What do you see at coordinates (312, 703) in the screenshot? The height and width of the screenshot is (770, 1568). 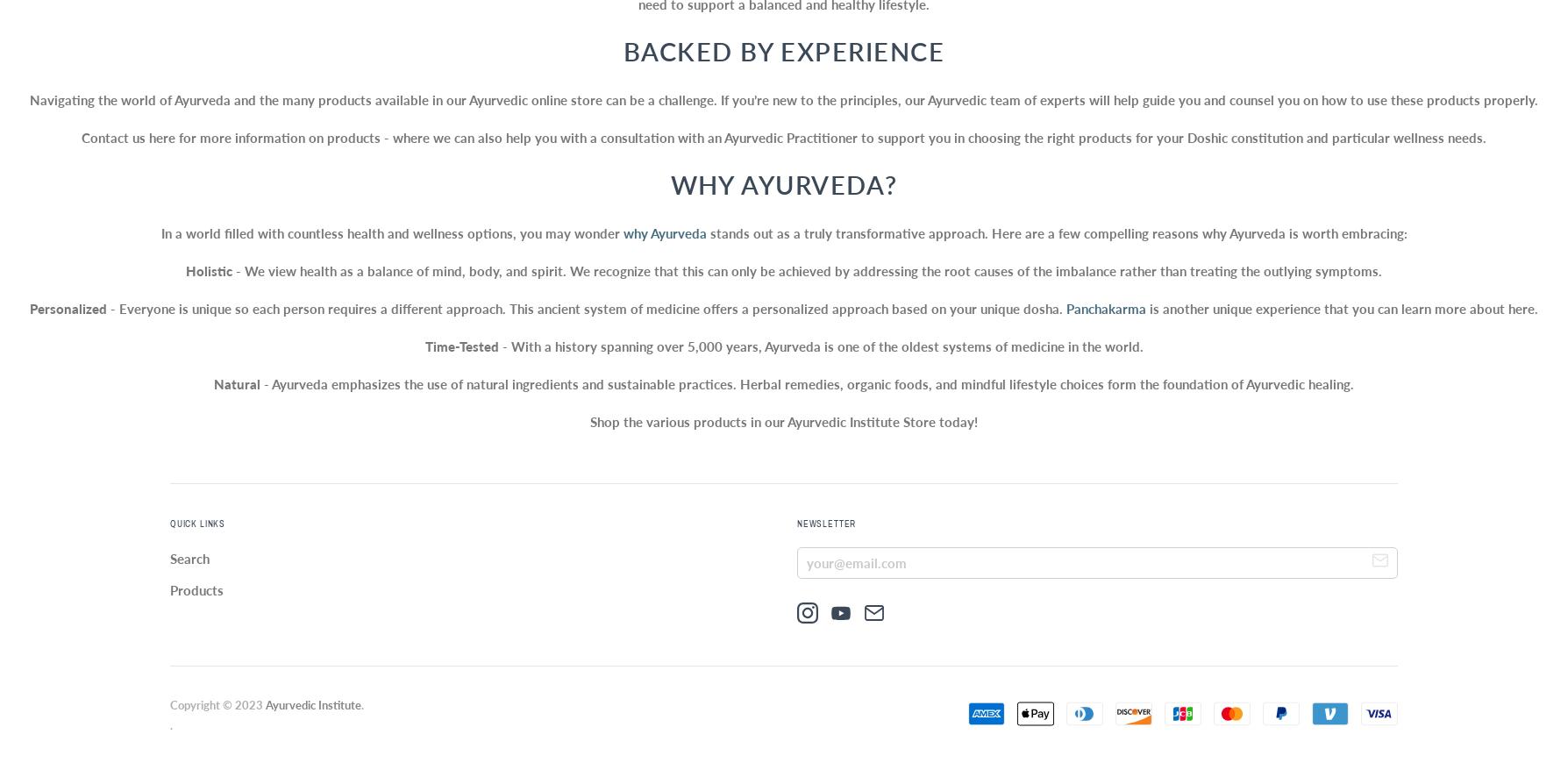 I see `'Ayurvedic Institute'` at bounding box center [312, 703].